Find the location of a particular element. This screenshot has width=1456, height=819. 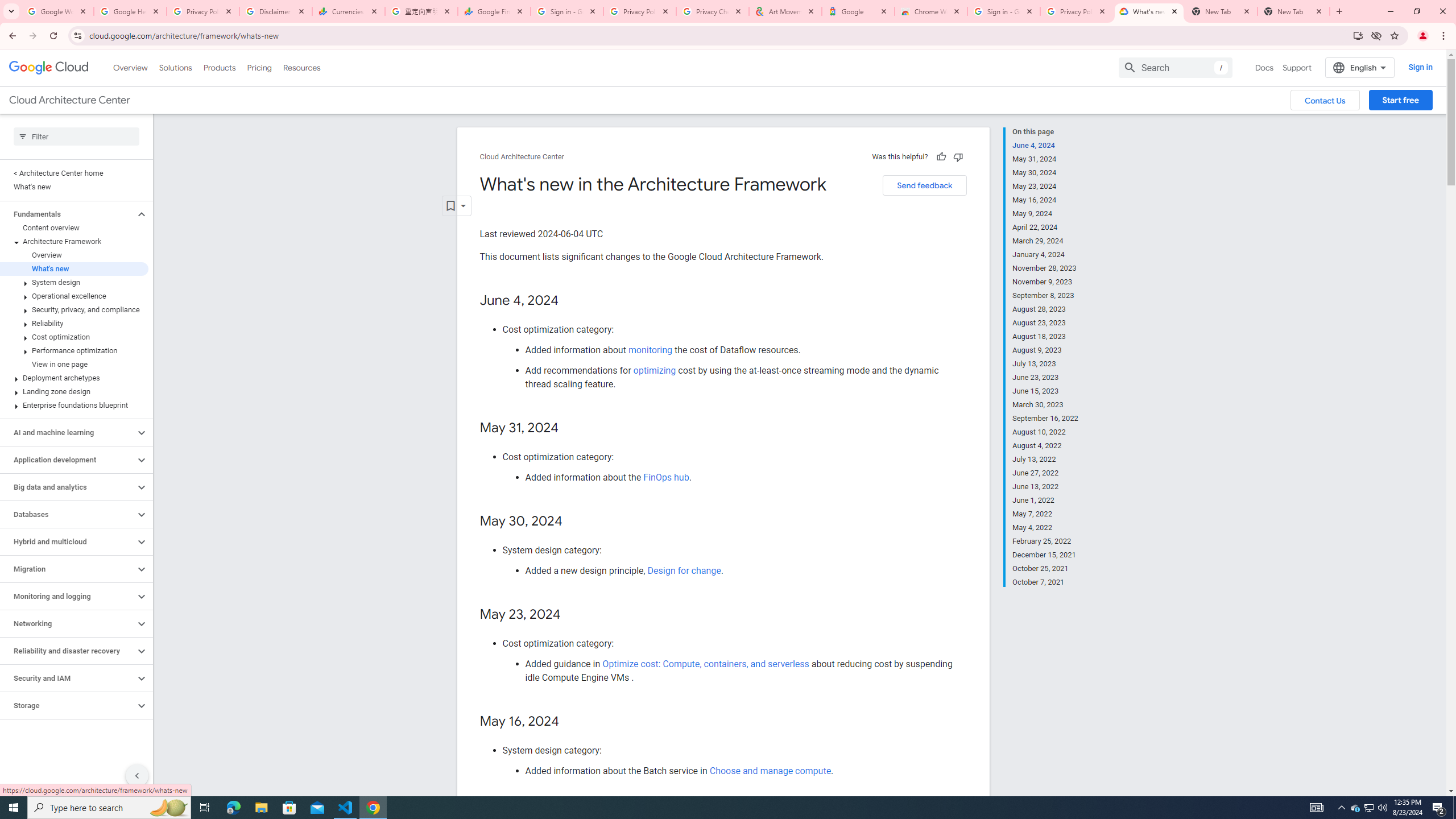

'Migration' is located at coordinates (67, 568).